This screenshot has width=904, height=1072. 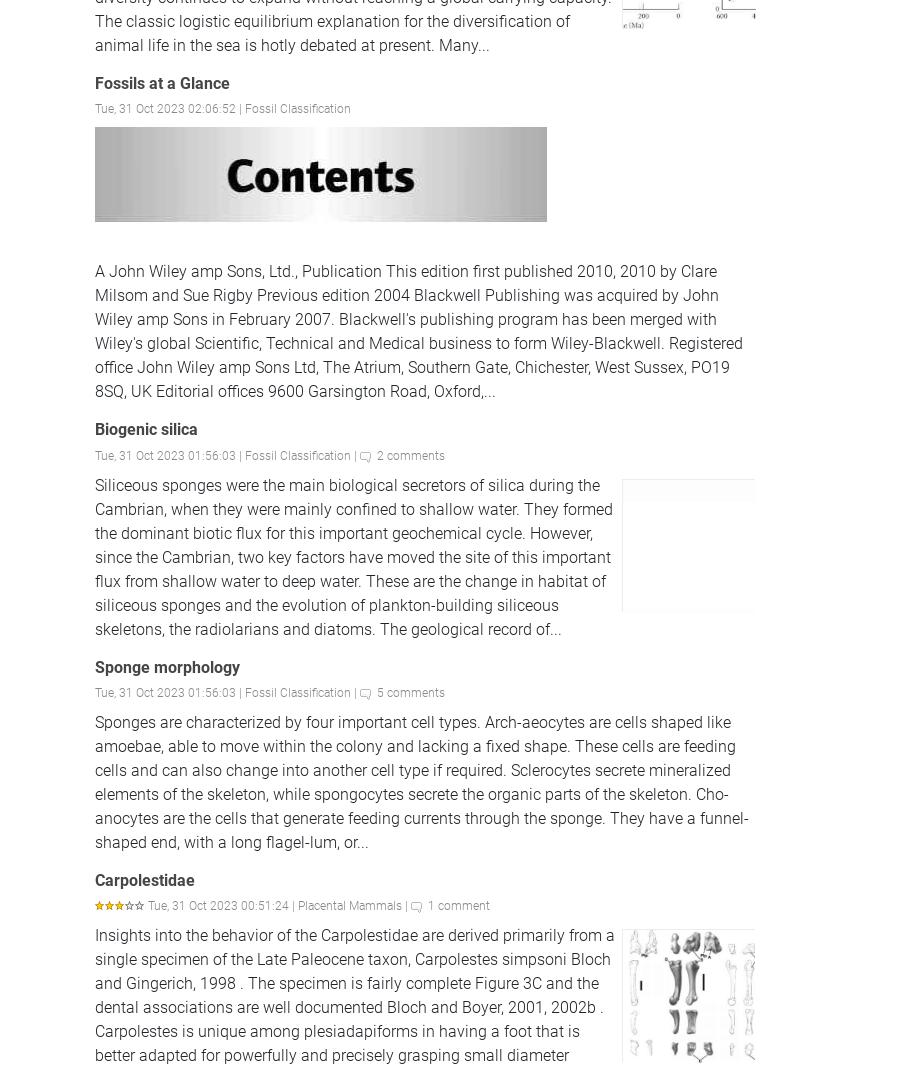 I want to click on 'Placental Mammals', so click(x=349, y=904).